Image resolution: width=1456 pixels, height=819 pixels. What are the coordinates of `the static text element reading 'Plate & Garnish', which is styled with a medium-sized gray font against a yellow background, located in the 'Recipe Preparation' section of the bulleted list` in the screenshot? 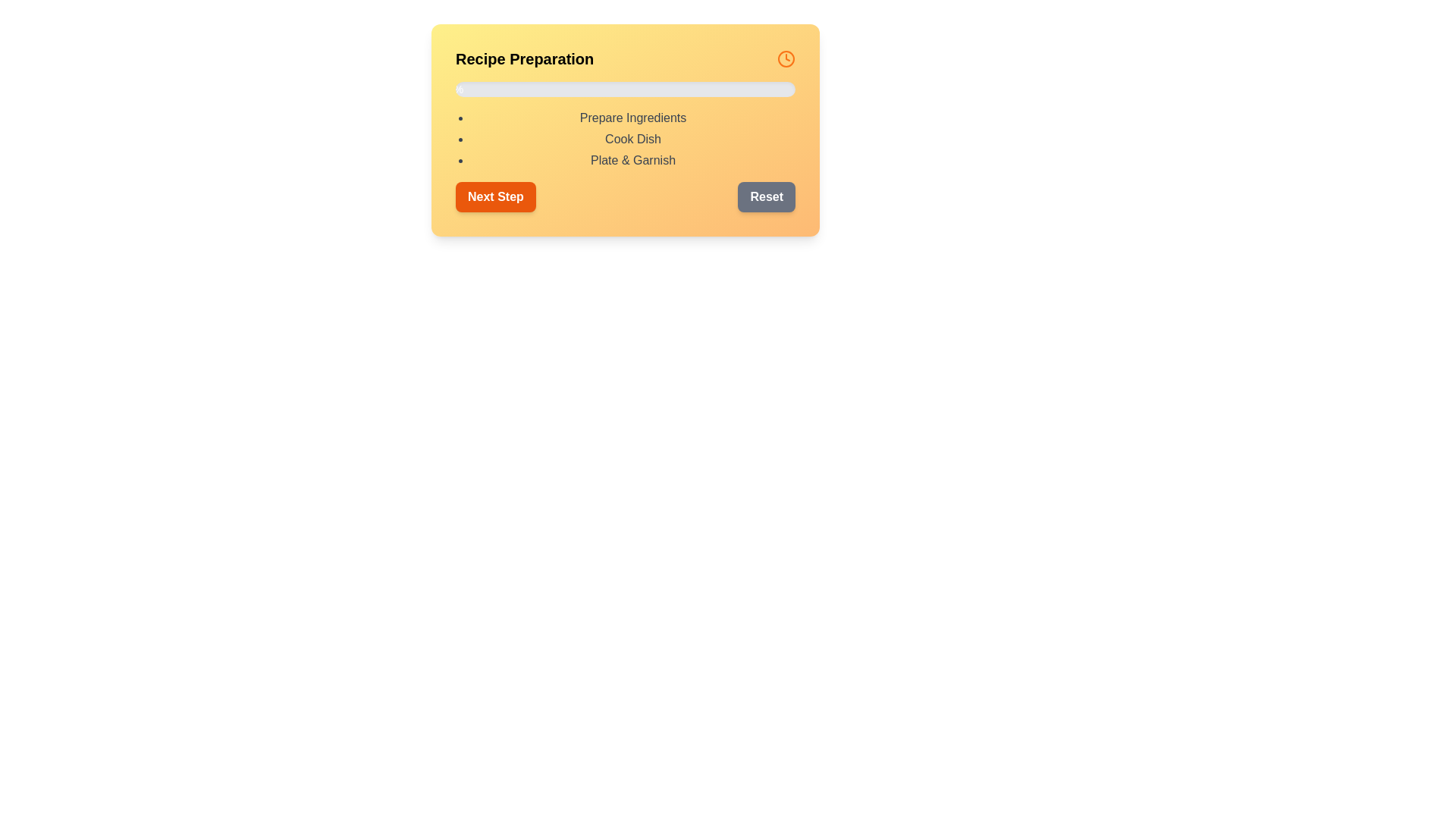 It's located at (633, 161).